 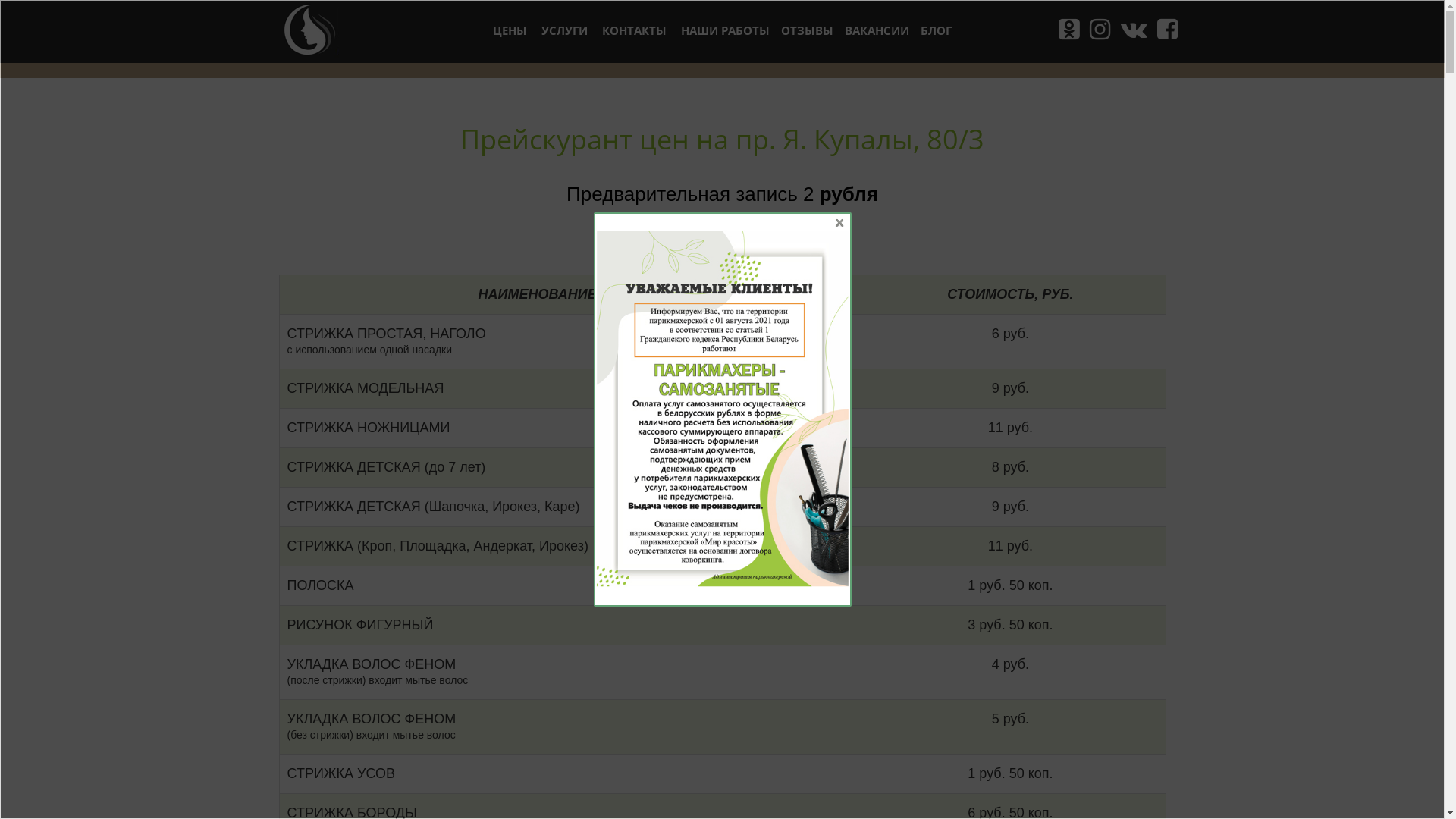 What do you see at coordinates (837, 222) in the screenshot?
I see `'X'` at bounding box center [837, 222].